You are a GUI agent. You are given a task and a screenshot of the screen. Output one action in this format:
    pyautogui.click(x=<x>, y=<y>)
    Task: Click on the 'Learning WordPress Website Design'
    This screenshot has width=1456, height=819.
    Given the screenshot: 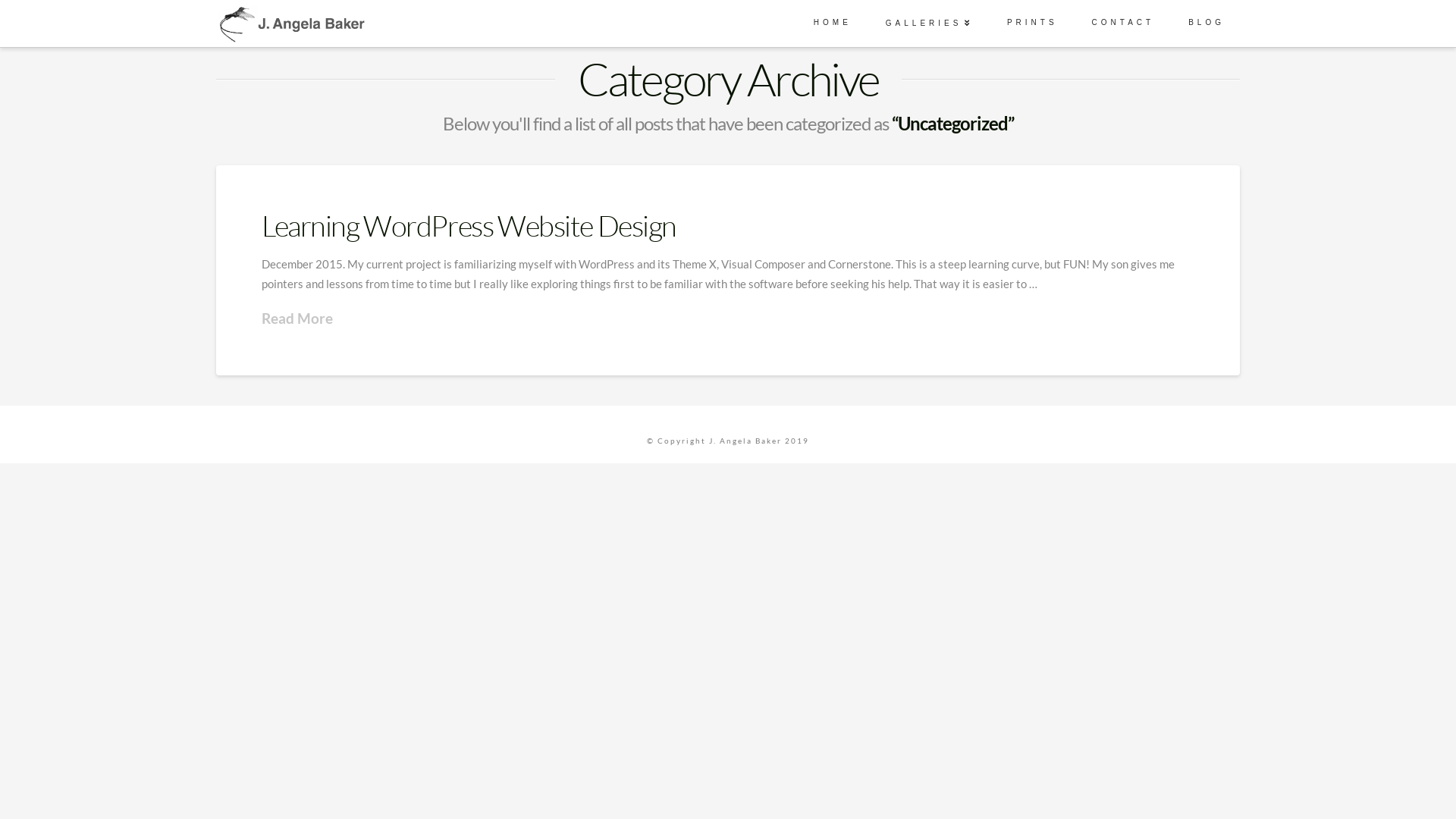 What is the action you would take?
    pyautogui.click(x=468, y=225)
    